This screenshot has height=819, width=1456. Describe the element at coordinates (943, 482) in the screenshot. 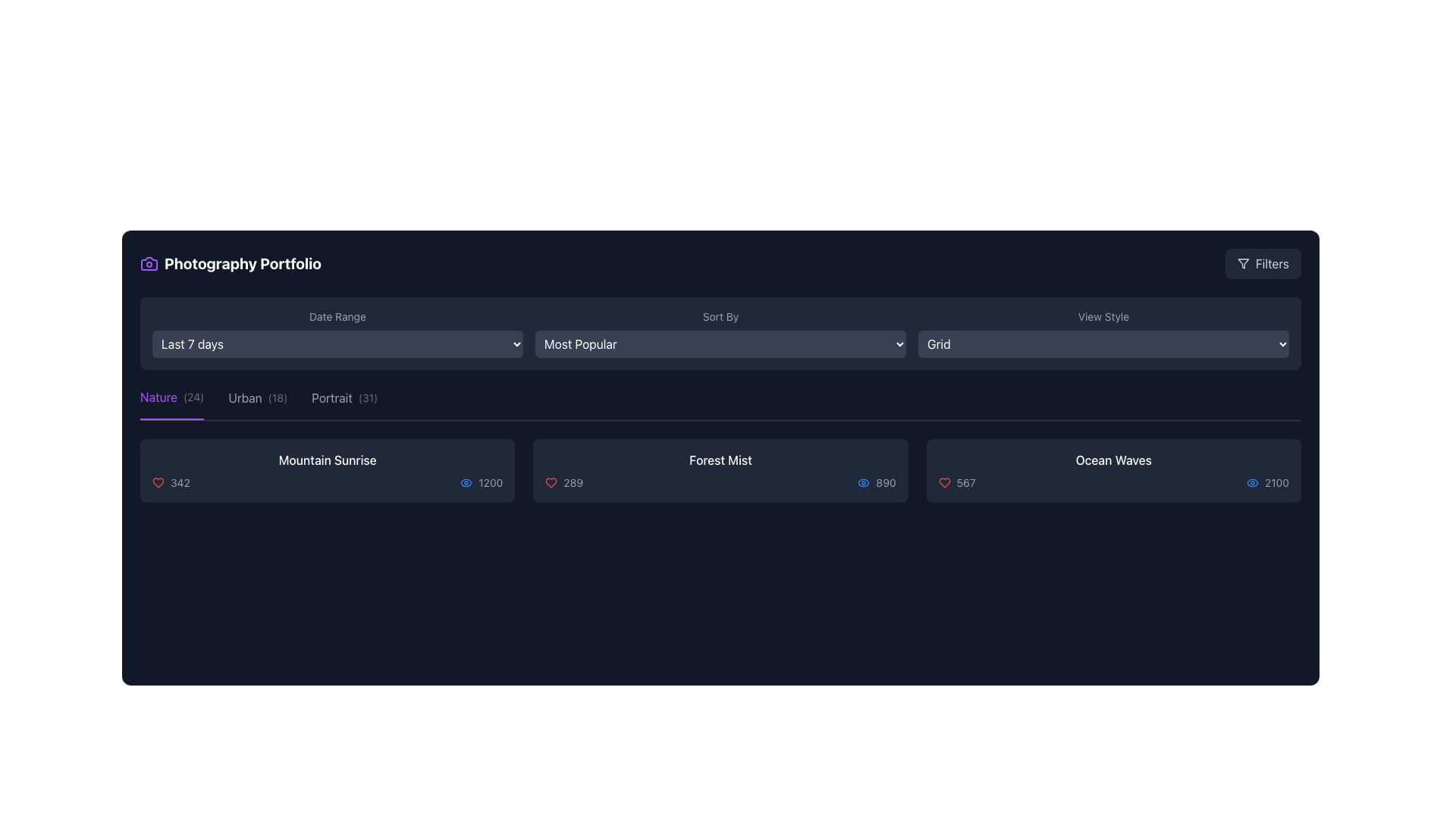

I see `the heart-shaped icon filled with red color, located in the 'Ocean Waves' card` at that location.